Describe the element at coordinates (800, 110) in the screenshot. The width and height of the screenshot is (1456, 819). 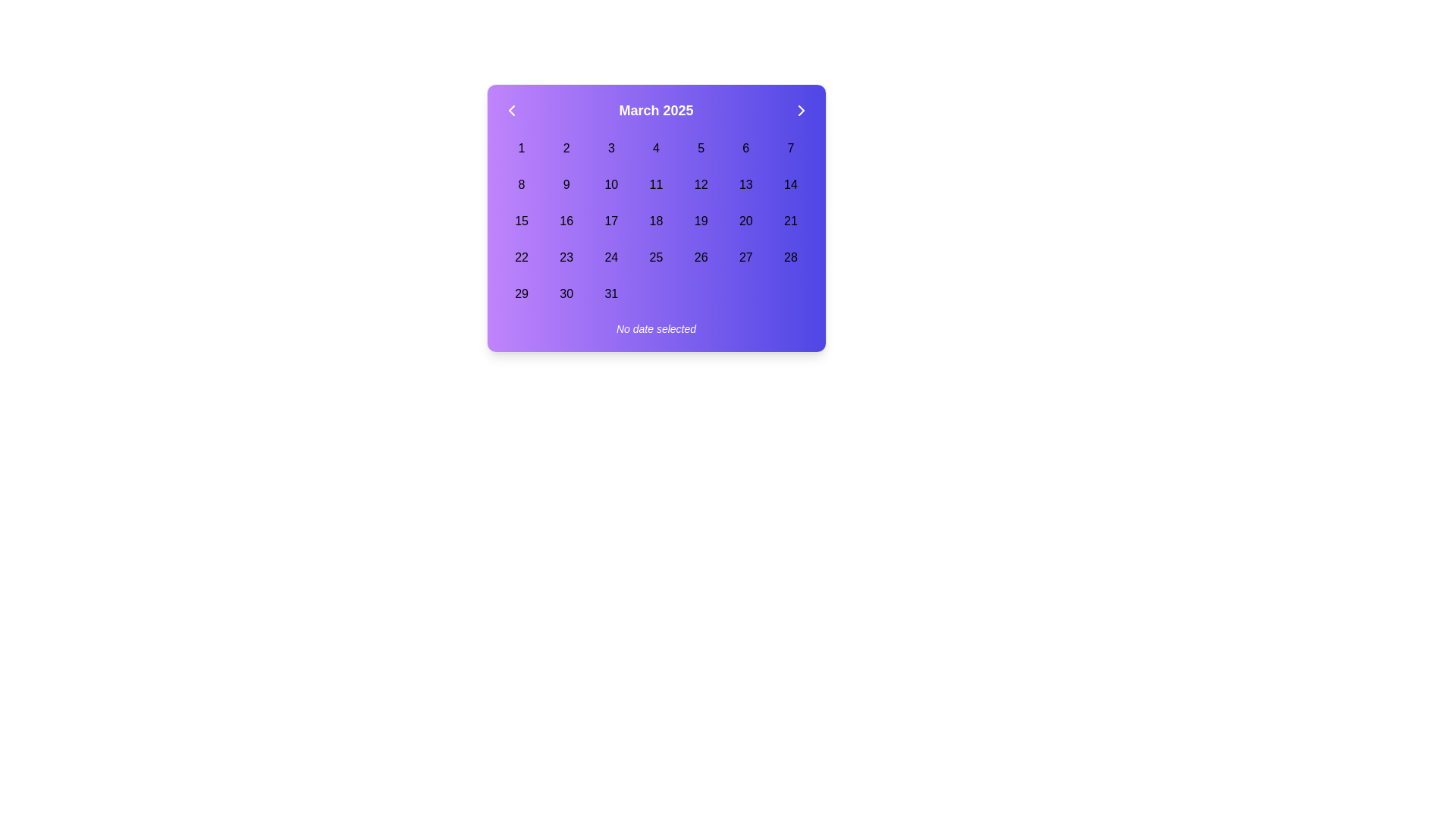
I see `the navigational icon located at the top-right corner of the calendar interface` at that location.